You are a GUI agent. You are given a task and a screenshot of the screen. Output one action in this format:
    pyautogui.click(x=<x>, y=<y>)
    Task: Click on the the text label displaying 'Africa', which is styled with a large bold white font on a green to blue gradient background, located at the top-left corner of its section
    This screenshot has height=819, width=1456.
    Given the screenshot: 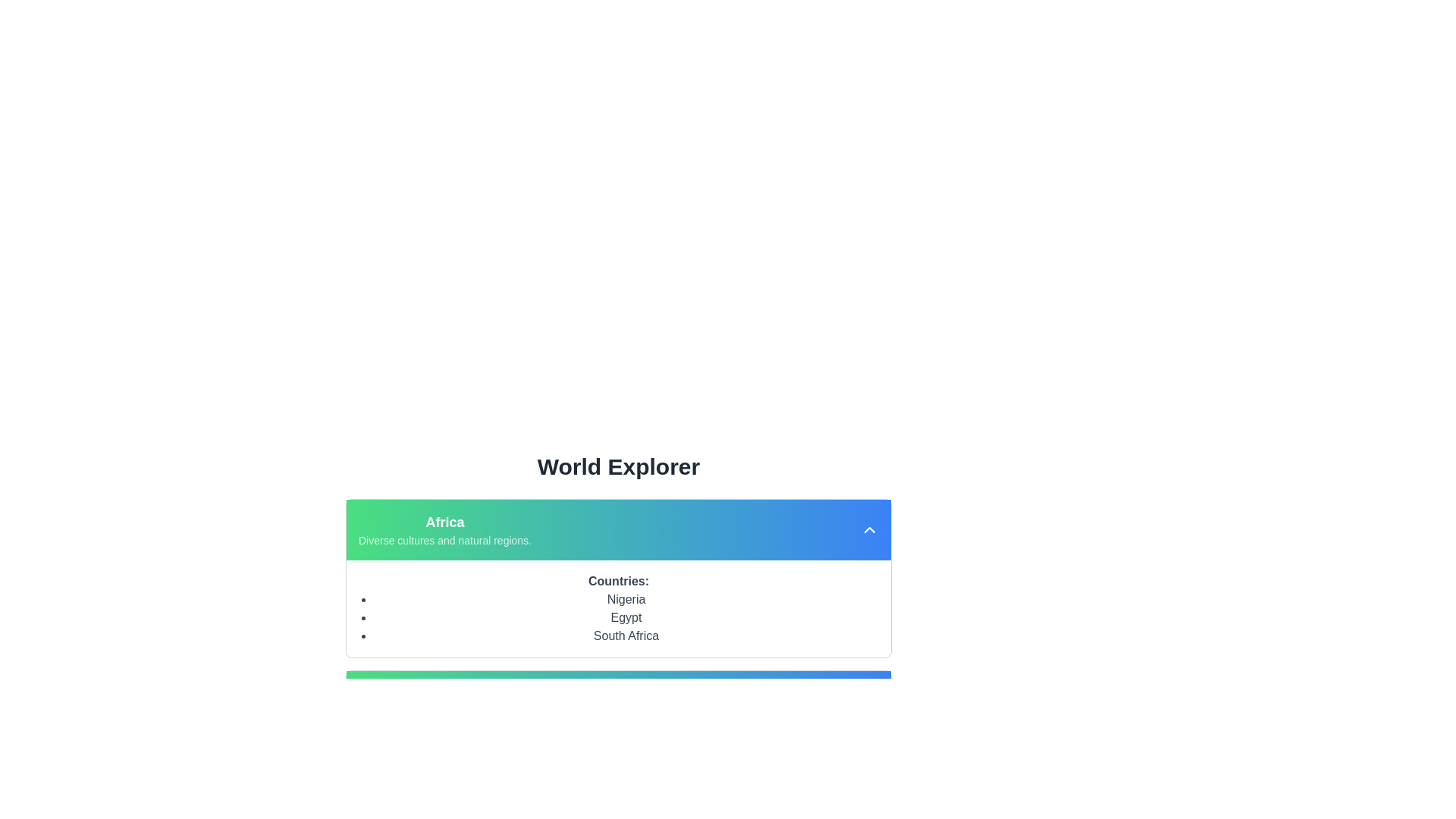 What is the action you would take?
    pyautogui.click(x=444, y=522)
    